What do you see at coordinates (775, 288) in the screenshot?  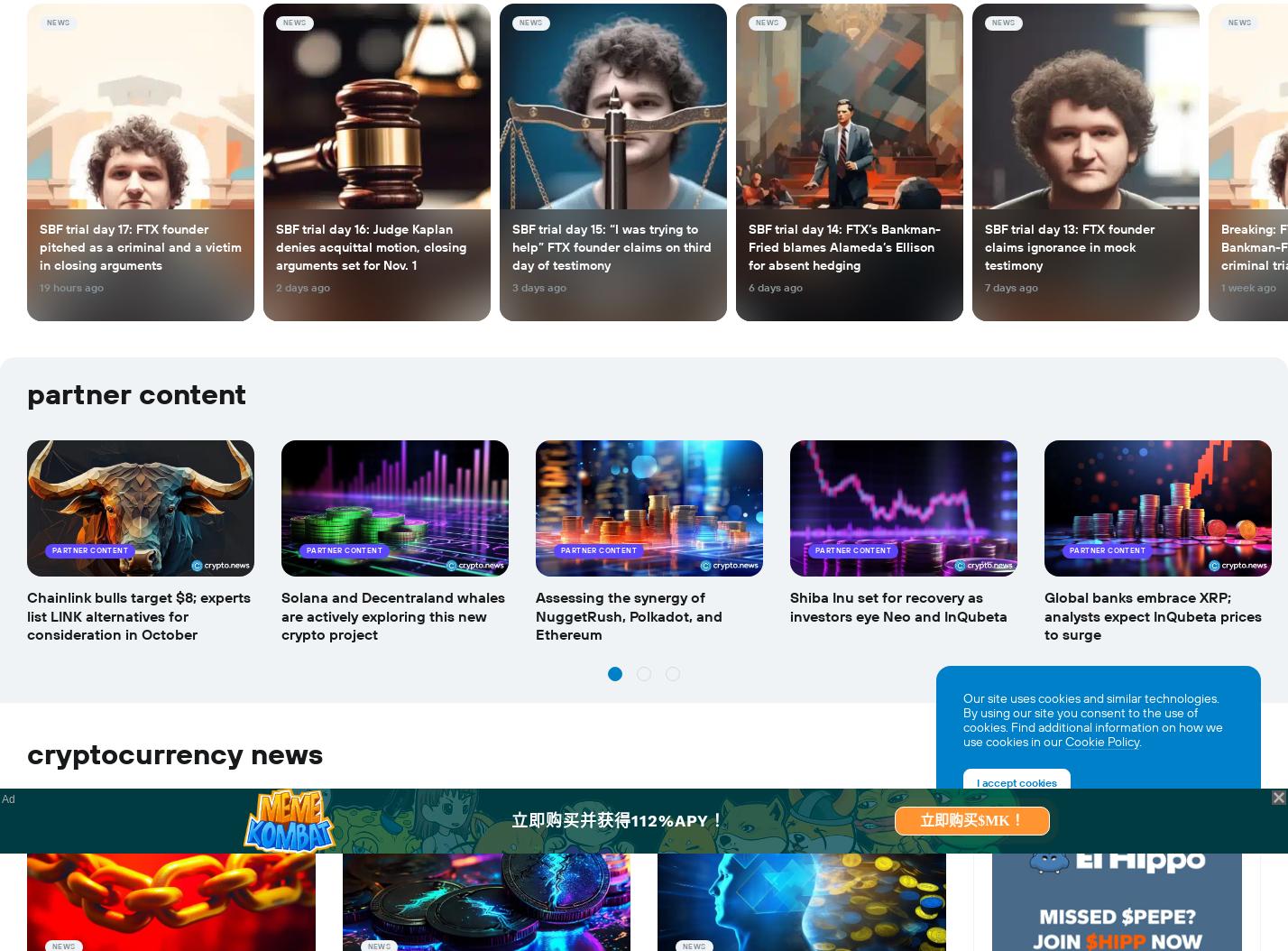 I see `'6 days ago'` at bounding box center [775, 288].